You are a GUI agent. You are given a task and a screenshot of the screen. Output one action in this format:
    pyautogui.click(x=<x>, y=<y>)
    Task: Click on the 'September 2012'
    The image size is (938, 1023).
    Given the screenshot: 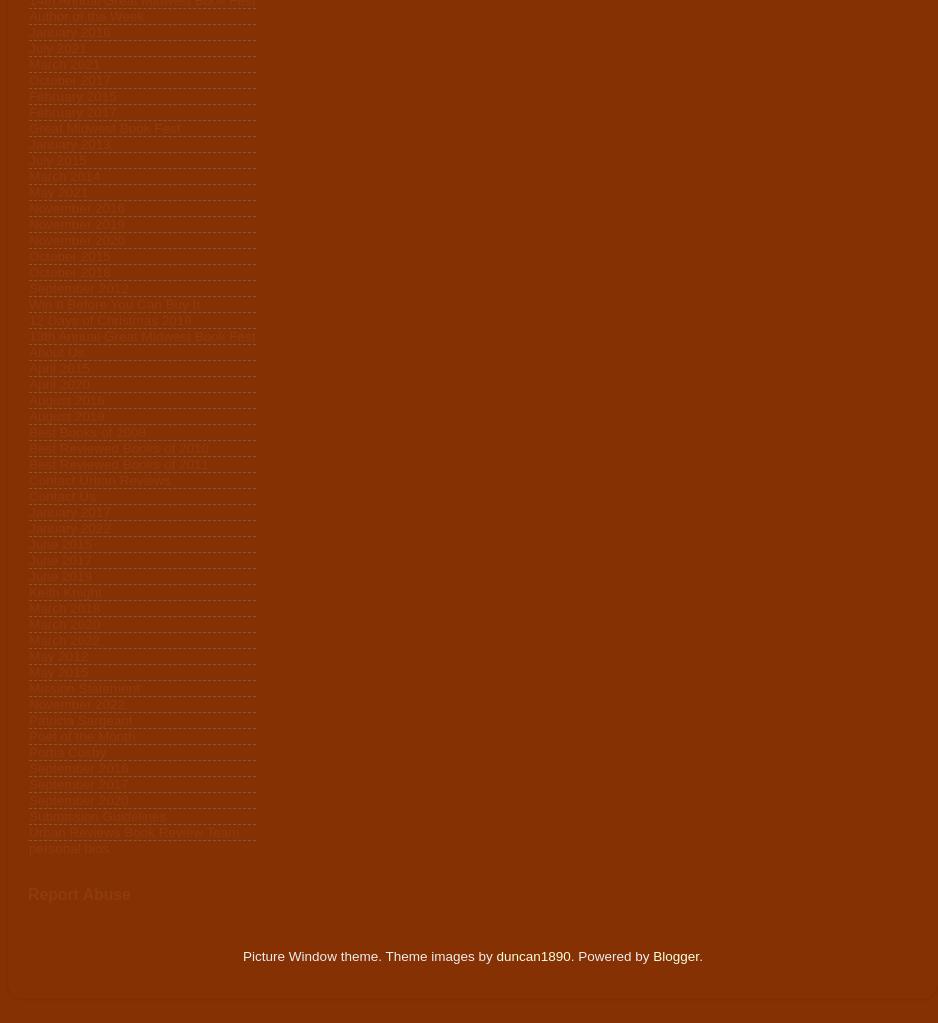 What is the action you would take?
    pyautogui.click(x=78, y=287)
    